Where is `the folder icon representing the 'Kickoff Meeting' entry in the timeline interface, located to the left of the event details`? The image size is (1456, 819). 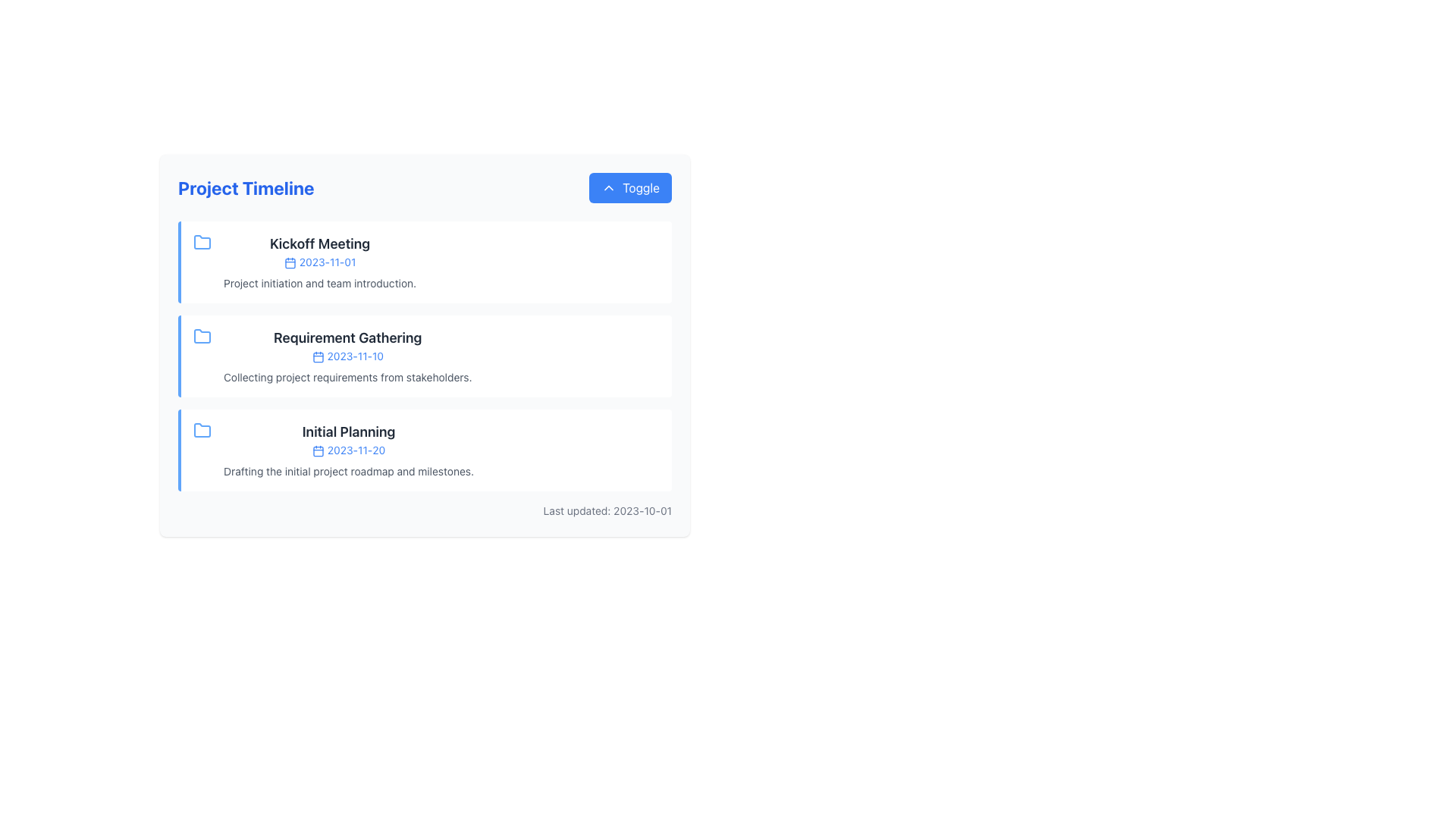
the folder icon representing the 'Kickoff Meeting' entry in the timeline interface, located to the left of the event details is located at coordinates (202, 242).